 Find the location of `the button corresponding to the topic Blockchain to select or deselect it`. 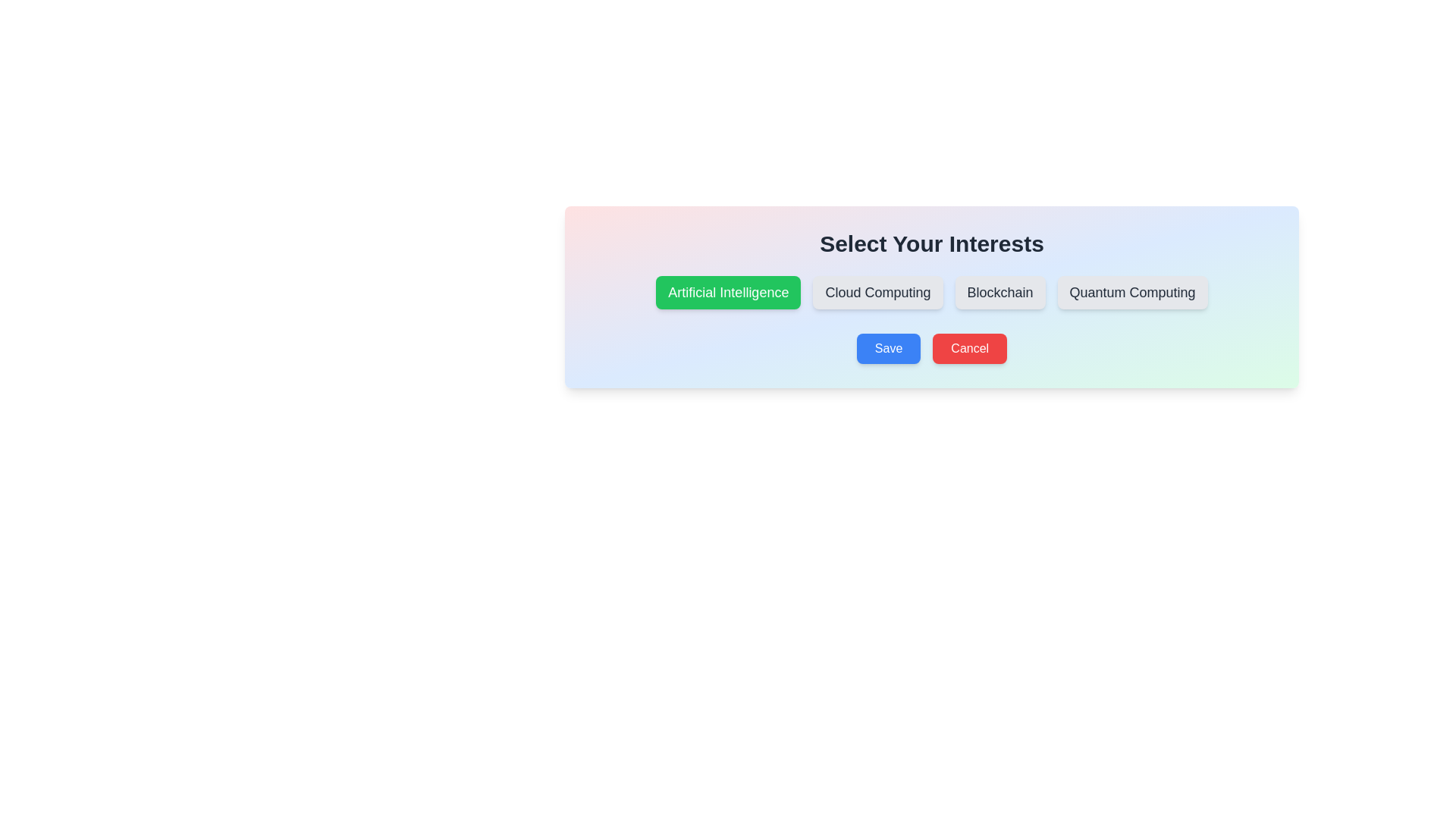

the button corresponding to the topic Blockchain to select or deselect it is located at coordinates (1000, 292).